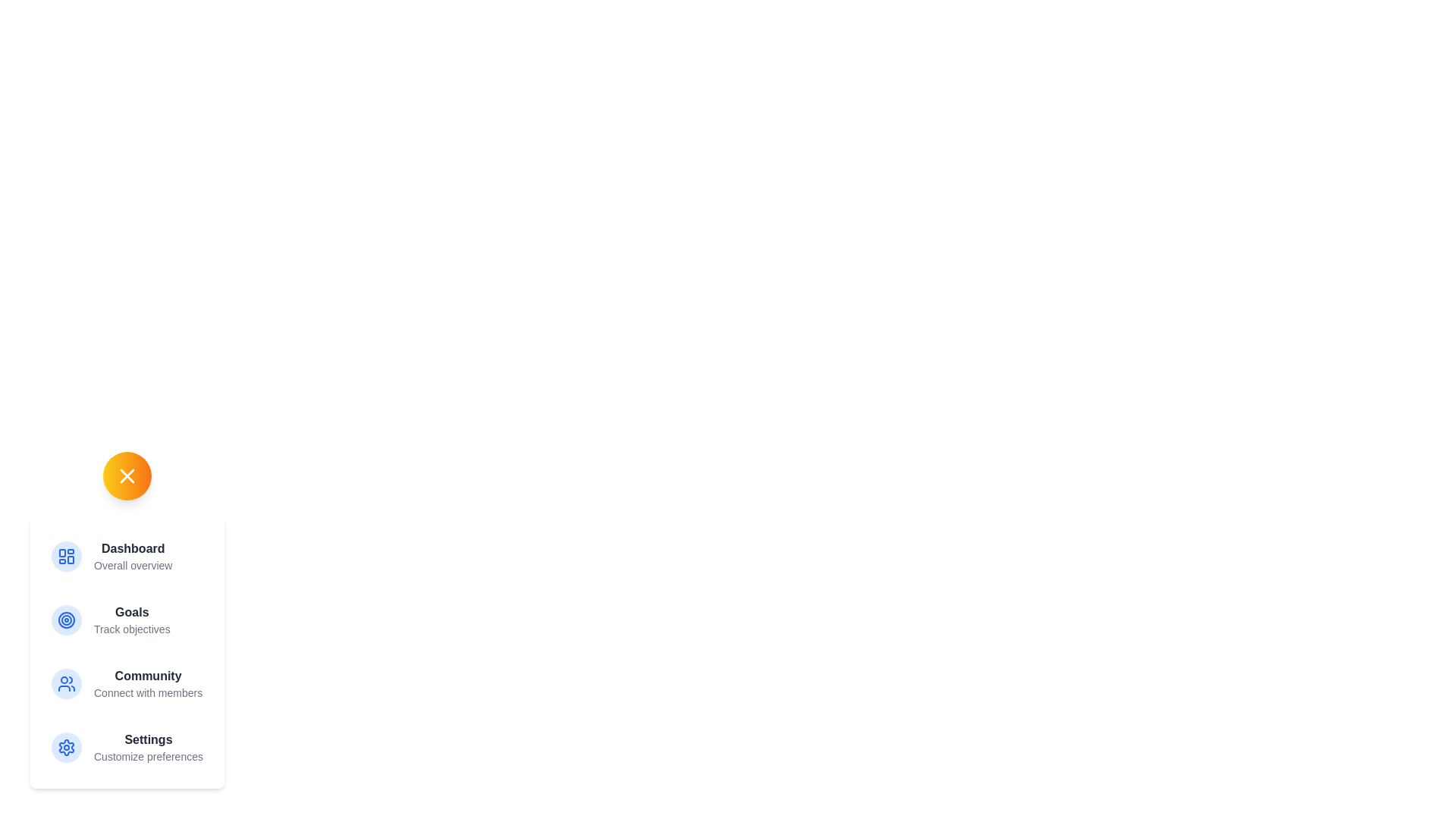 The width and height of the screenshot is (1456, 819). What do you see at coordinates (127, 475) in the screenshot?
I see `toggle button to change the visibility of the TaskManagerPanel` at bounding box center [127, 475].